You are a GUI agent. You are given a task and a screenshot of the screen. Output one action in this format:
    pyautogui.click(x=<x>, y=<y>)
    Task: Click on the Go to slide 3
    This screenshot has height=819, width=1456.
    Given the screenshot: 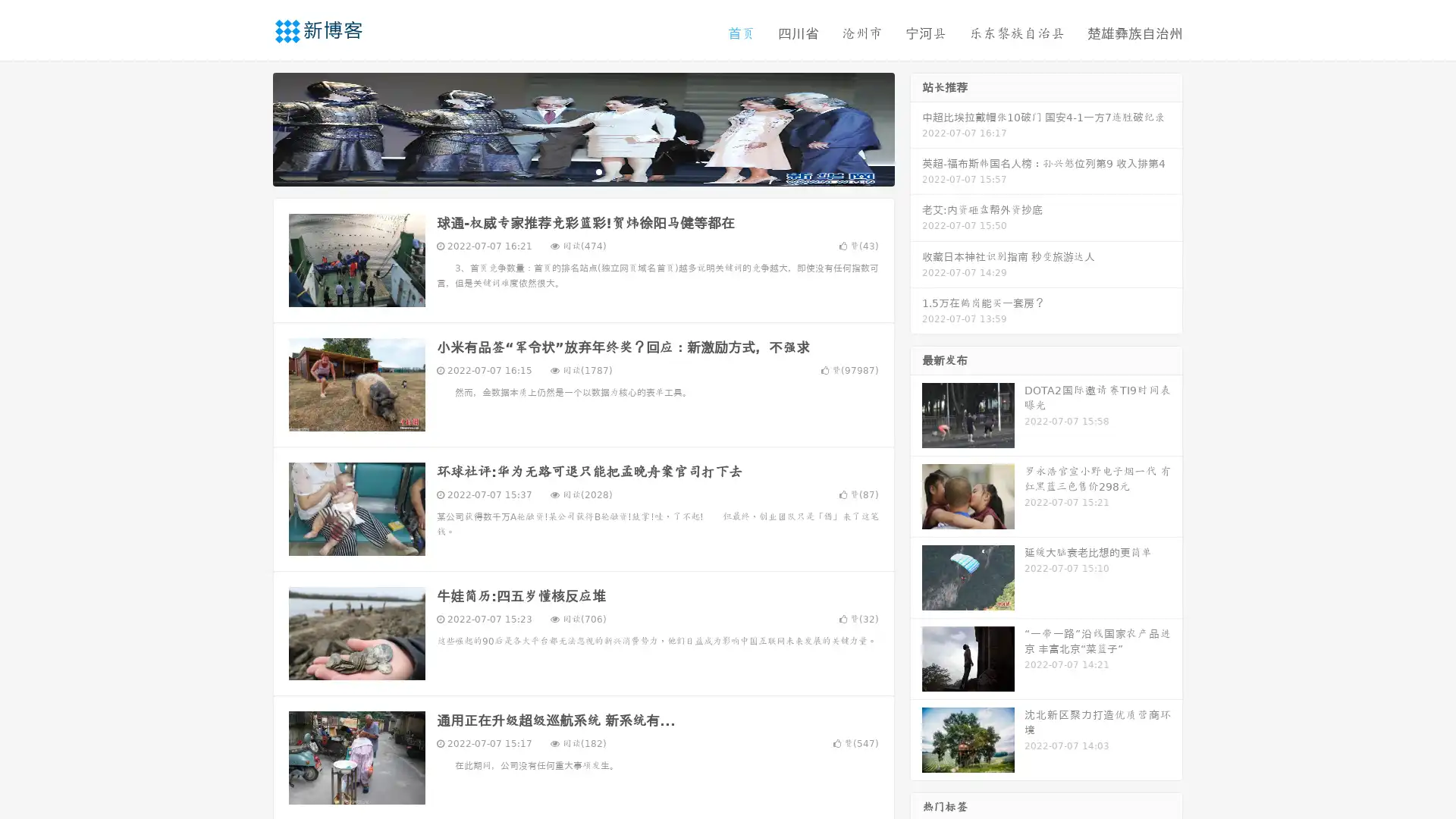 What is the action you would take?
    pyautogui.click(x=598, y=171)
    